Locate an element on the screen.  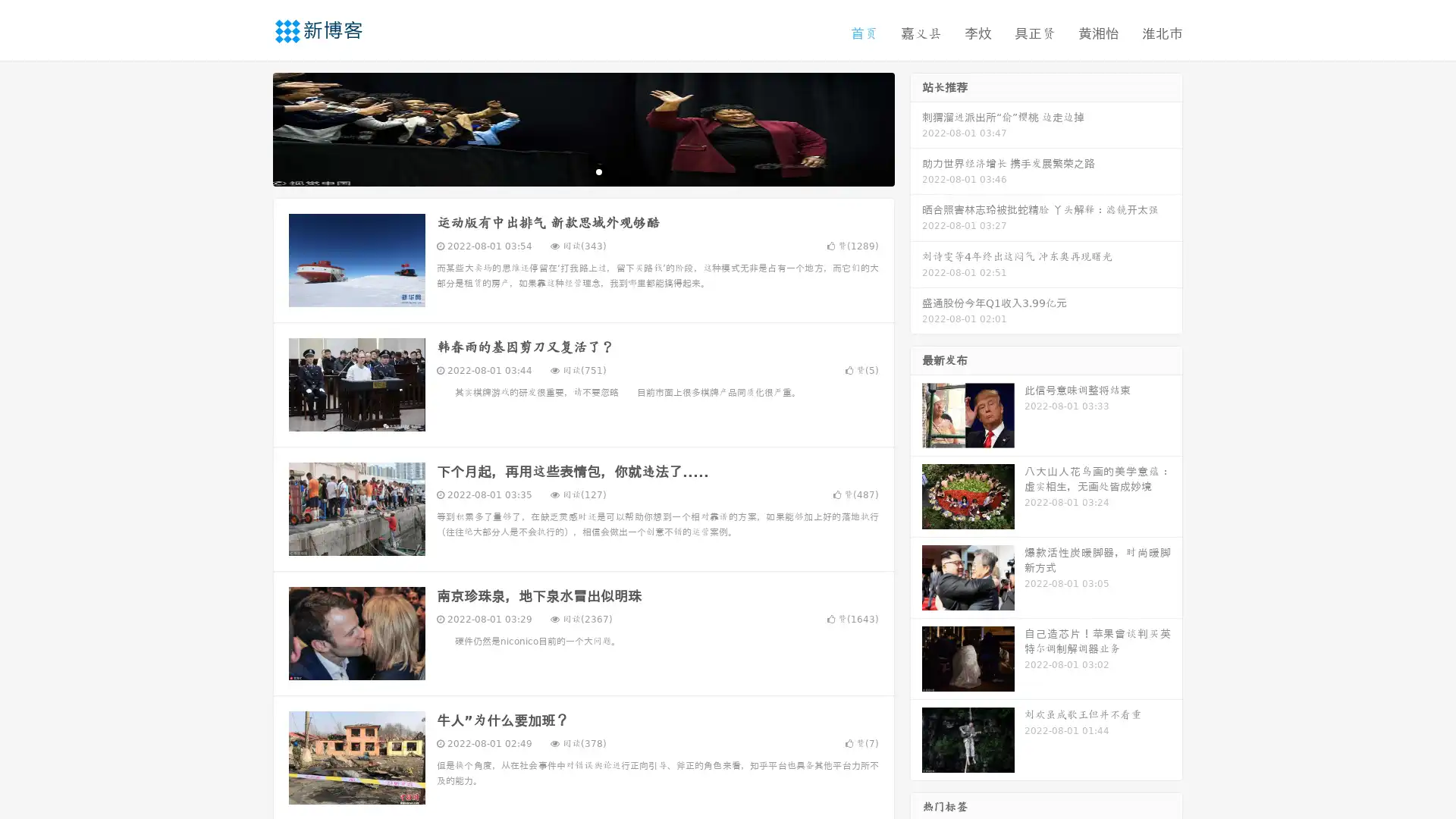
Go to slide 3 is located at coordinates (598, 171).